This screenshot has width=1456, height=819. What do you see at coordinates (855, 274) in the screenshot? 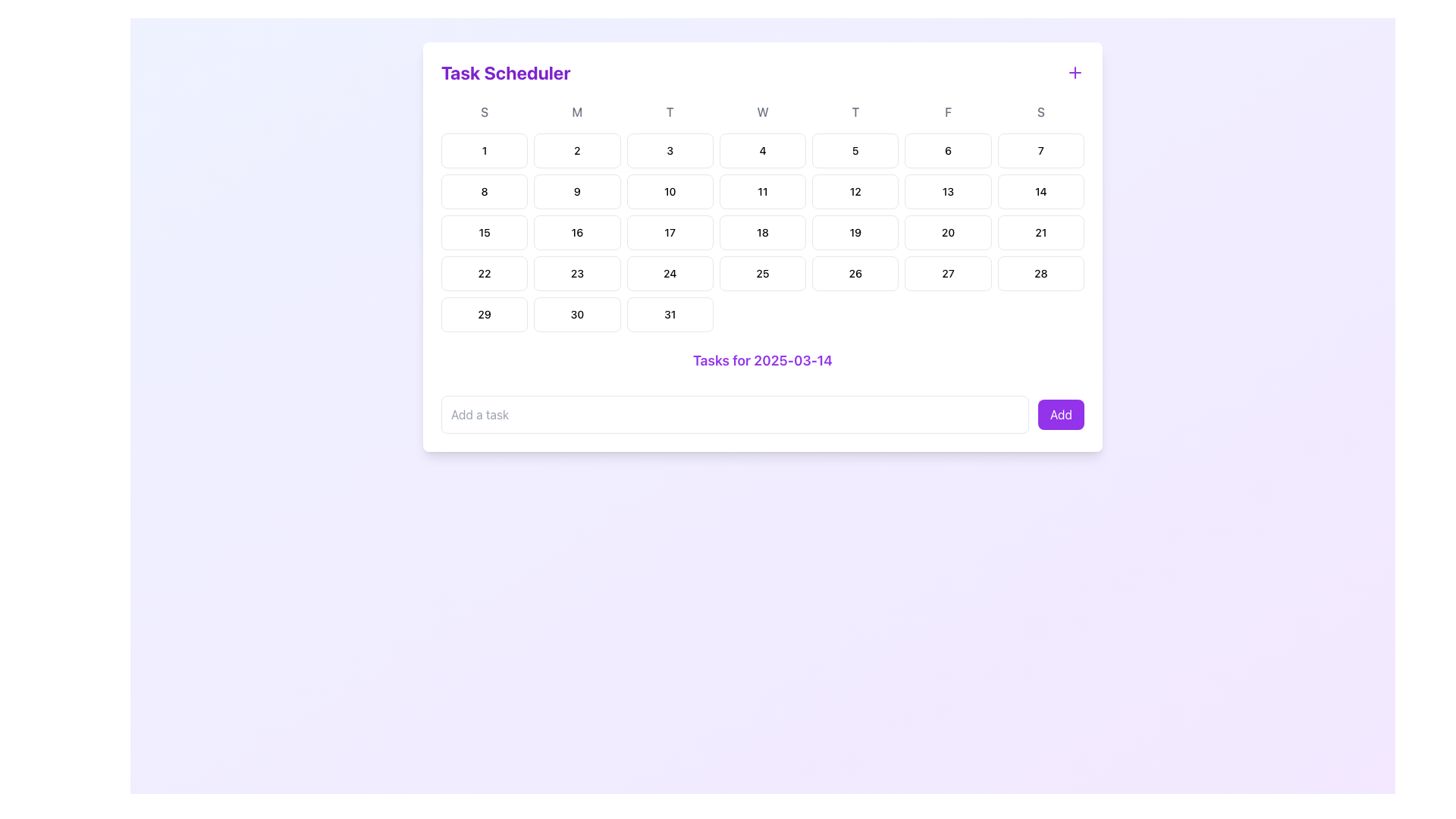
I see `the calendar button representing the date '26' by` at bounding box center [855, 274].